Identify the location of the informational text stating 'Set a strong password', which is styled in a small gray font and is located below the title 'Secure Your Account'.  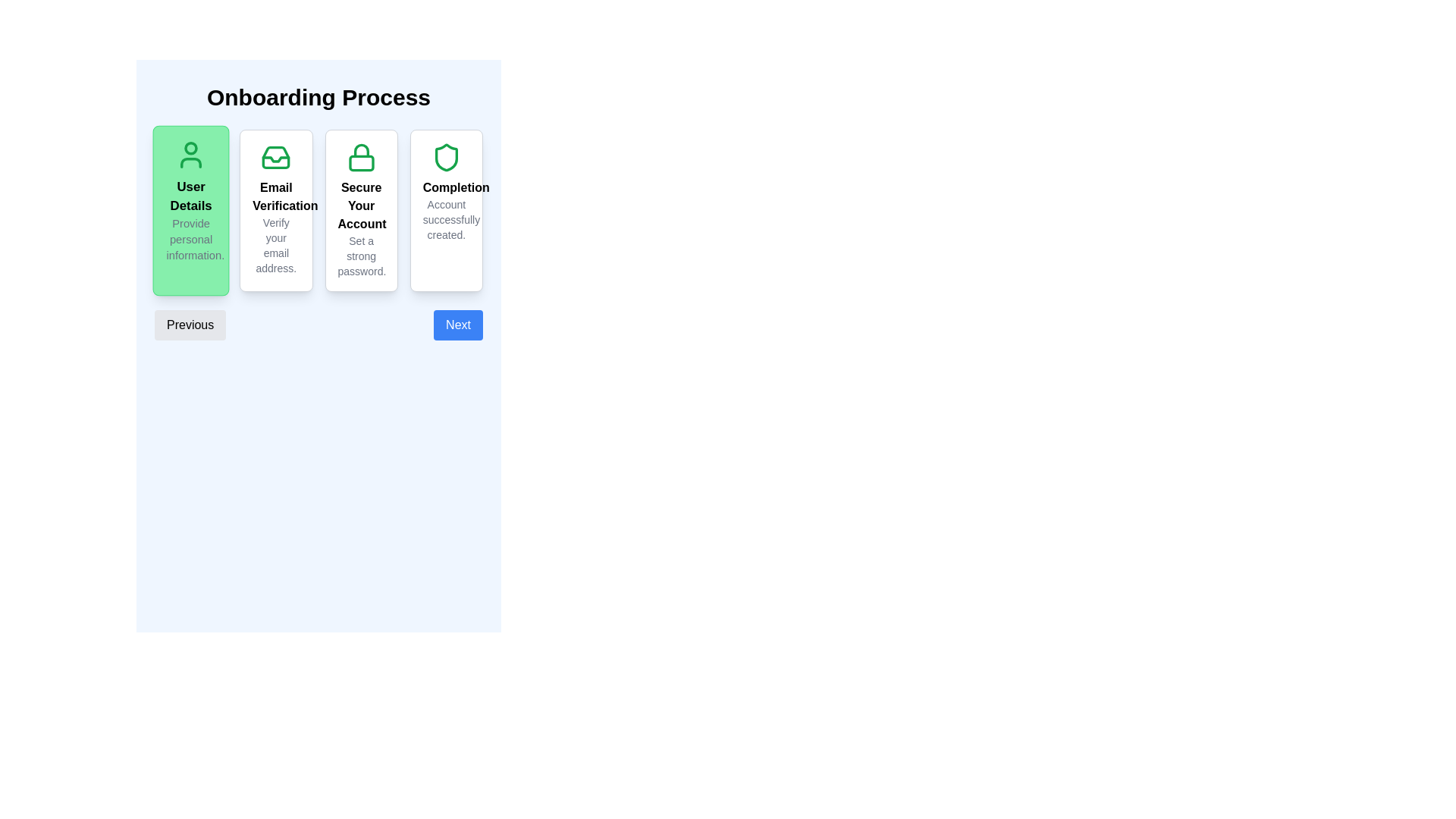
(360, 256).